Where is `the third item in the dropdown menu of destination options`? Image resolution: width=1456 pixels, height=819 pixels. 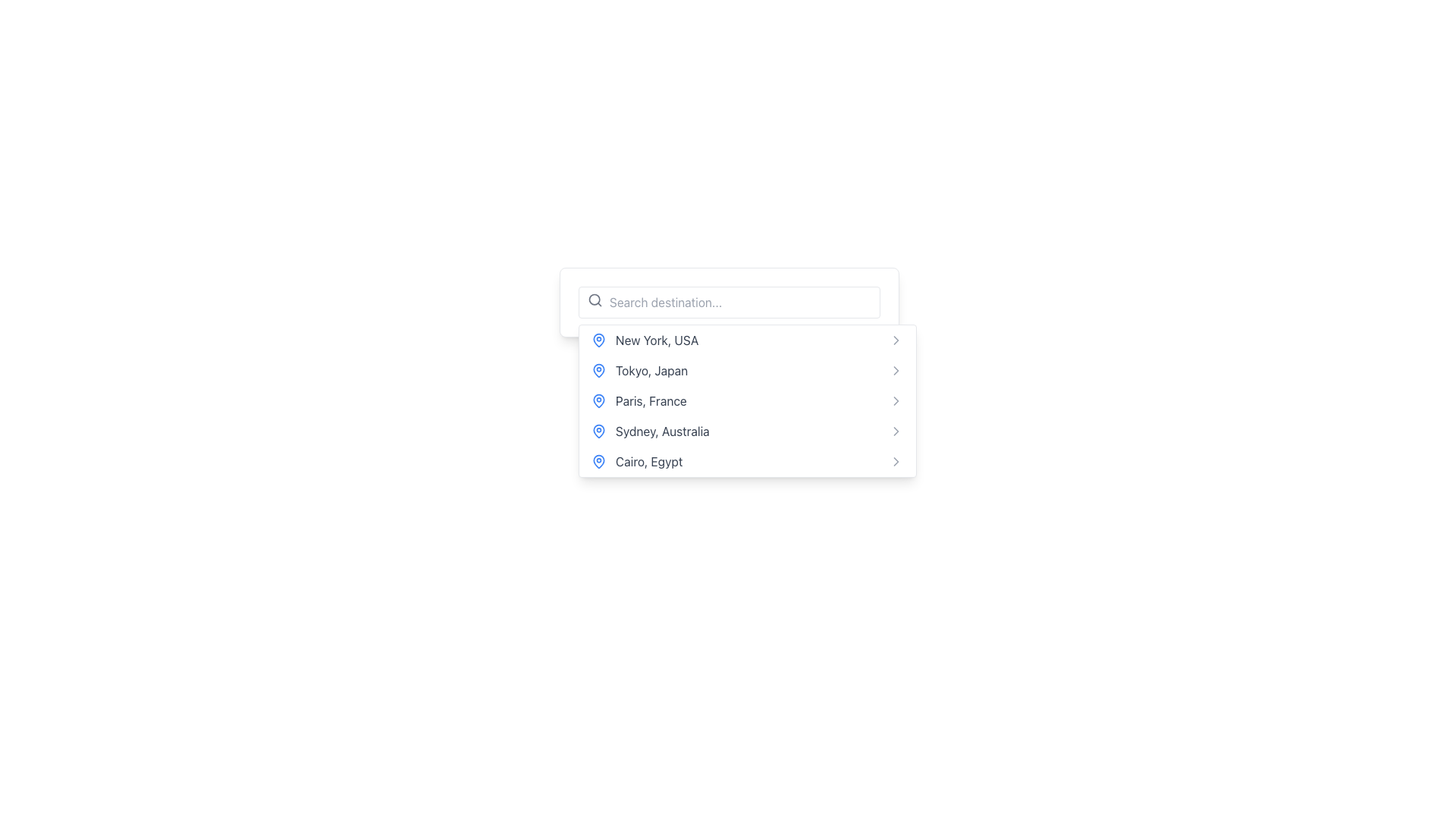 the third item in the dropdown menu of destination options is located at coordinates (639, 400).